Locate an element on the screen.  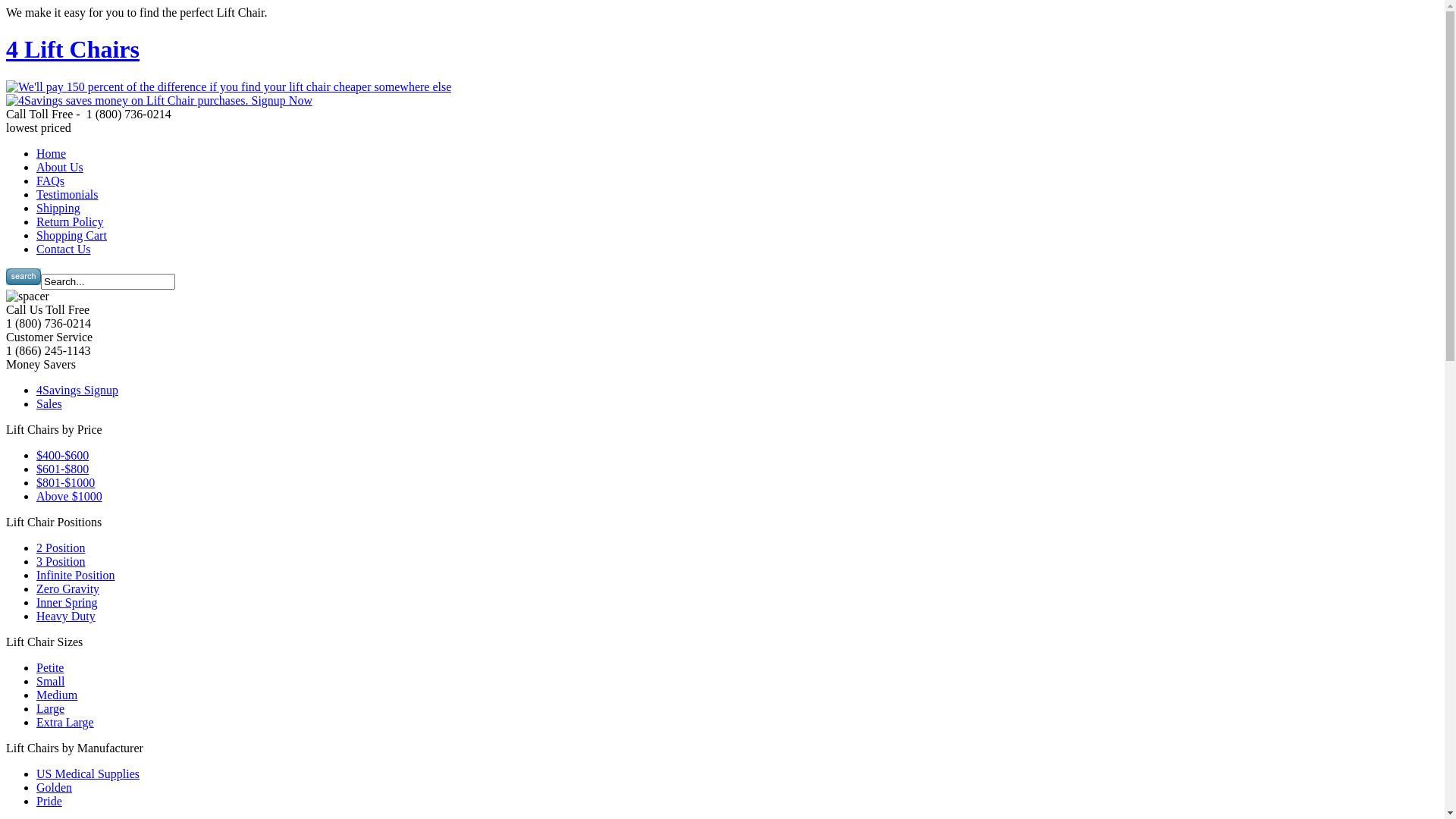
'Small' is located at coordinates (50, 680).